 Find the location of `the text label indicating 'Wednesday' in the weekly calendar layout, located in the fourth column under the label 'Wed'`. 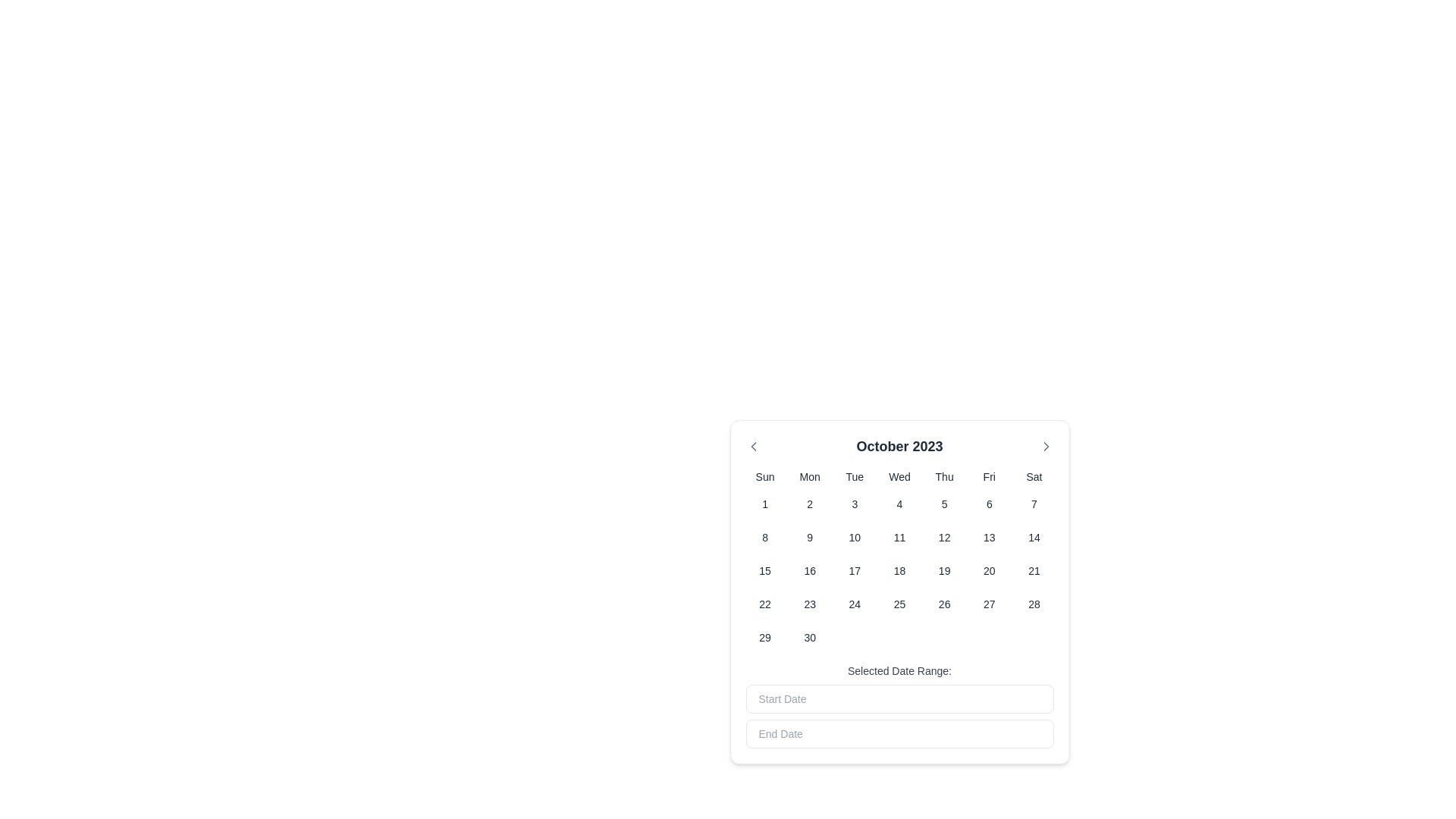

the text label indicating 'Wednesday' in the weekly calendar layout, located in the fourth column under the label 'Wed' is located at coordinates (899, 475).